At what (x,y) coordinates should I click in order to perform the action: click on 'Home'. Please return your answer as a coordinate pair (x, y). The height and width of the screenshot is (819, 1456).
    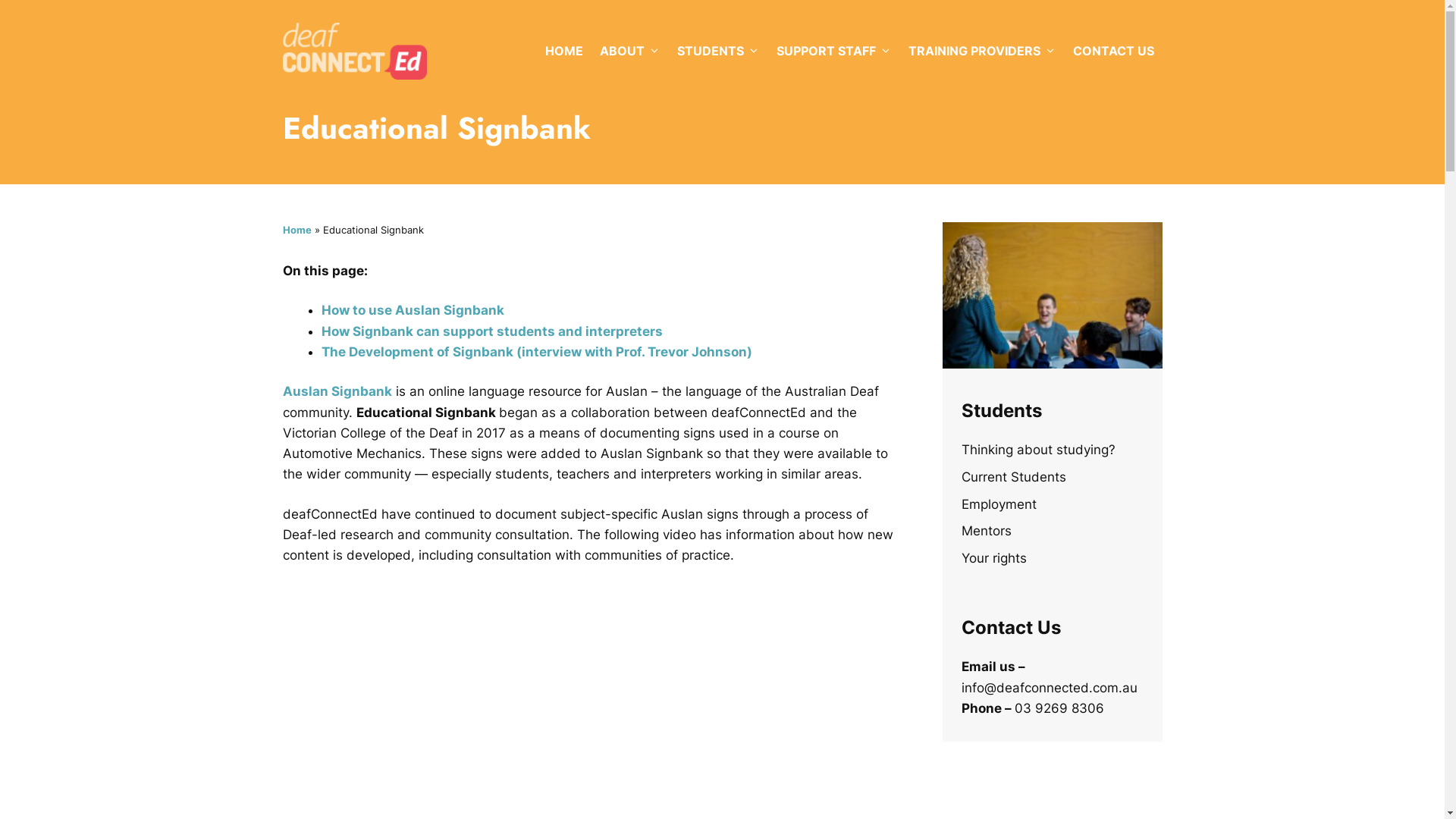
    Looking at the image, I should click on (296, 230).